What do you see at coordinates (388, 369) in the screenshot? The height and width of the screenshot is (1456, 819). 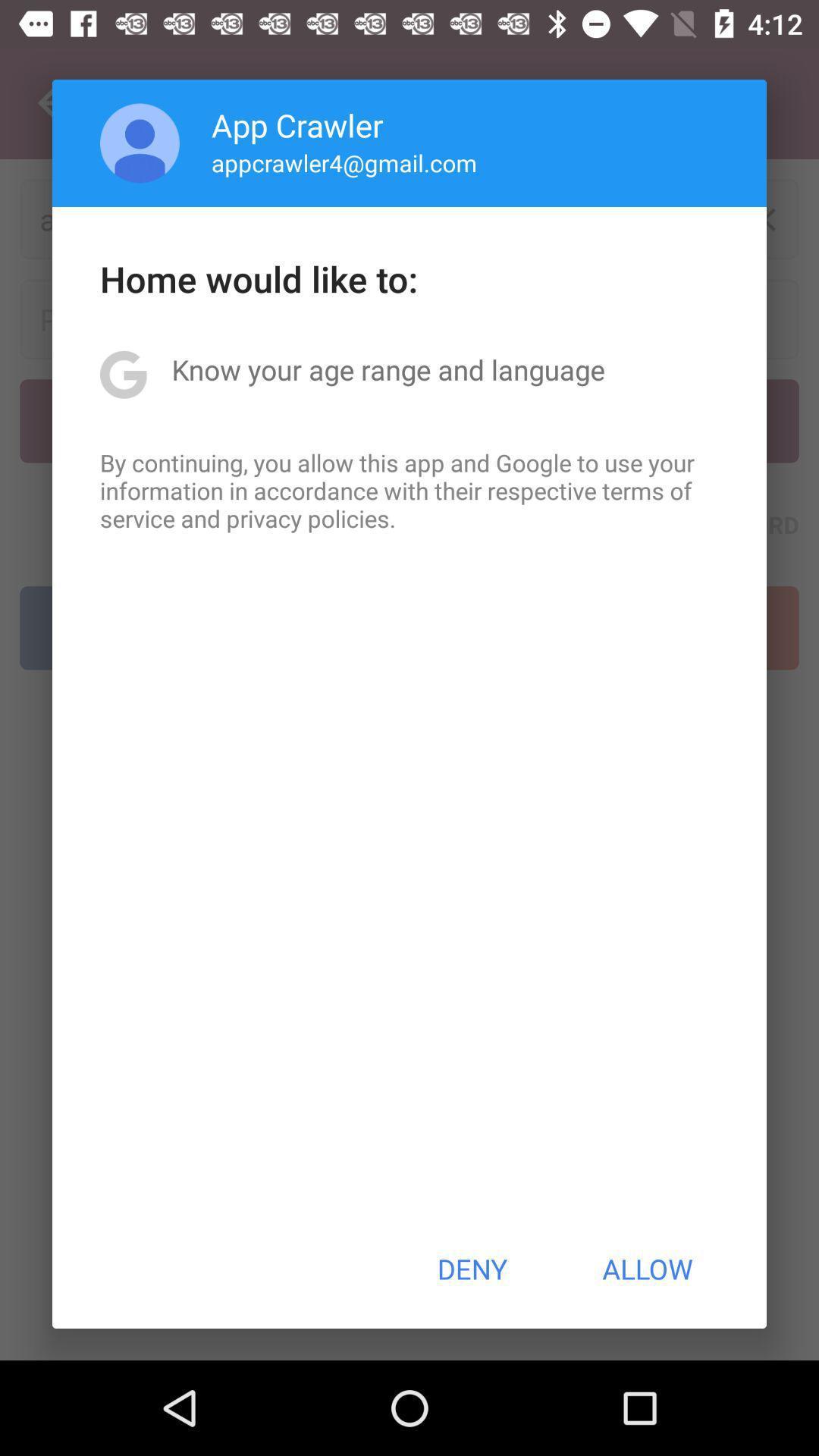 I see `icon above the by continuing you icon` at bounding box center [388, 369].